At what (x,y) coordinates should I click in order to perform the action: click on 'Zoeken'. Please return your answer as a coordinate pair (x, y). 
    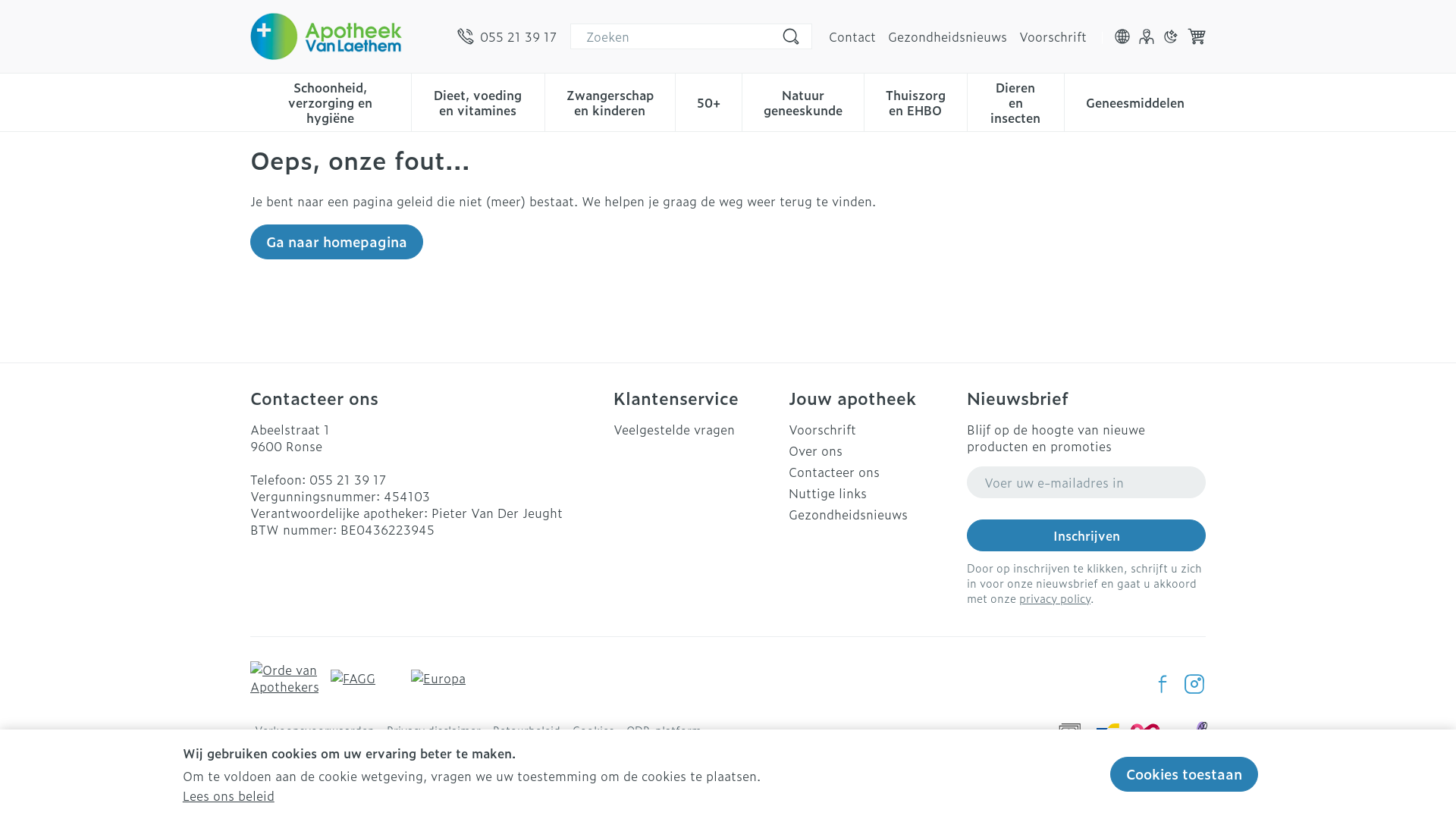
    Looking at the image, I should click on (789, 35).